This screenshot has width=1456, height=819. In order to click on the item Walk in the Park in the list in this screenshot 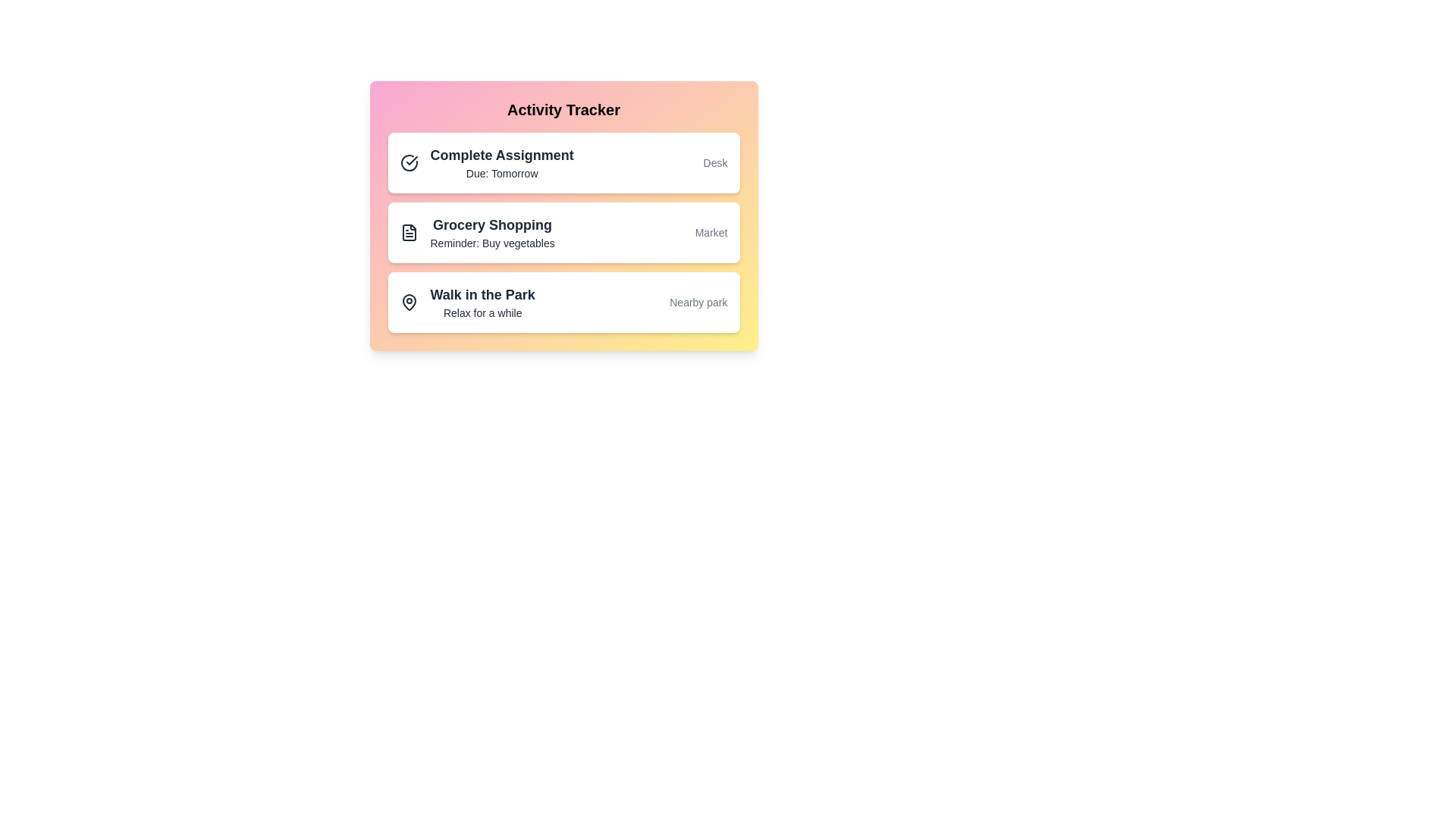, I will do `click(563, 302)`.